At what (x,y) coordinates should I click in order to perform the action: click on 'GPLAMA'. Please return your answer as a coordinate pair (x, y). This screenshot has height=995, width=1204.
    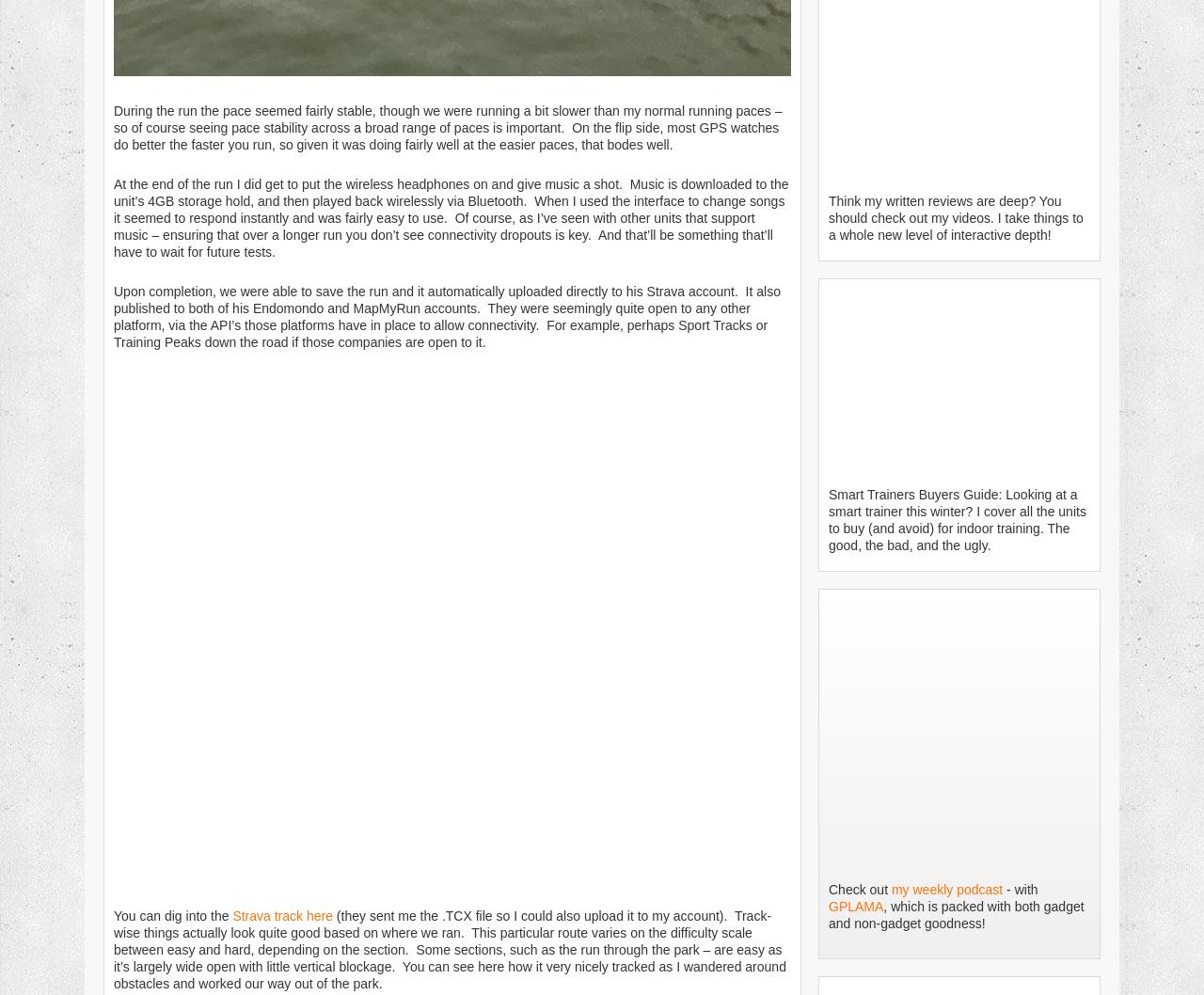
    Looking at the image, I should click on (854, 907).